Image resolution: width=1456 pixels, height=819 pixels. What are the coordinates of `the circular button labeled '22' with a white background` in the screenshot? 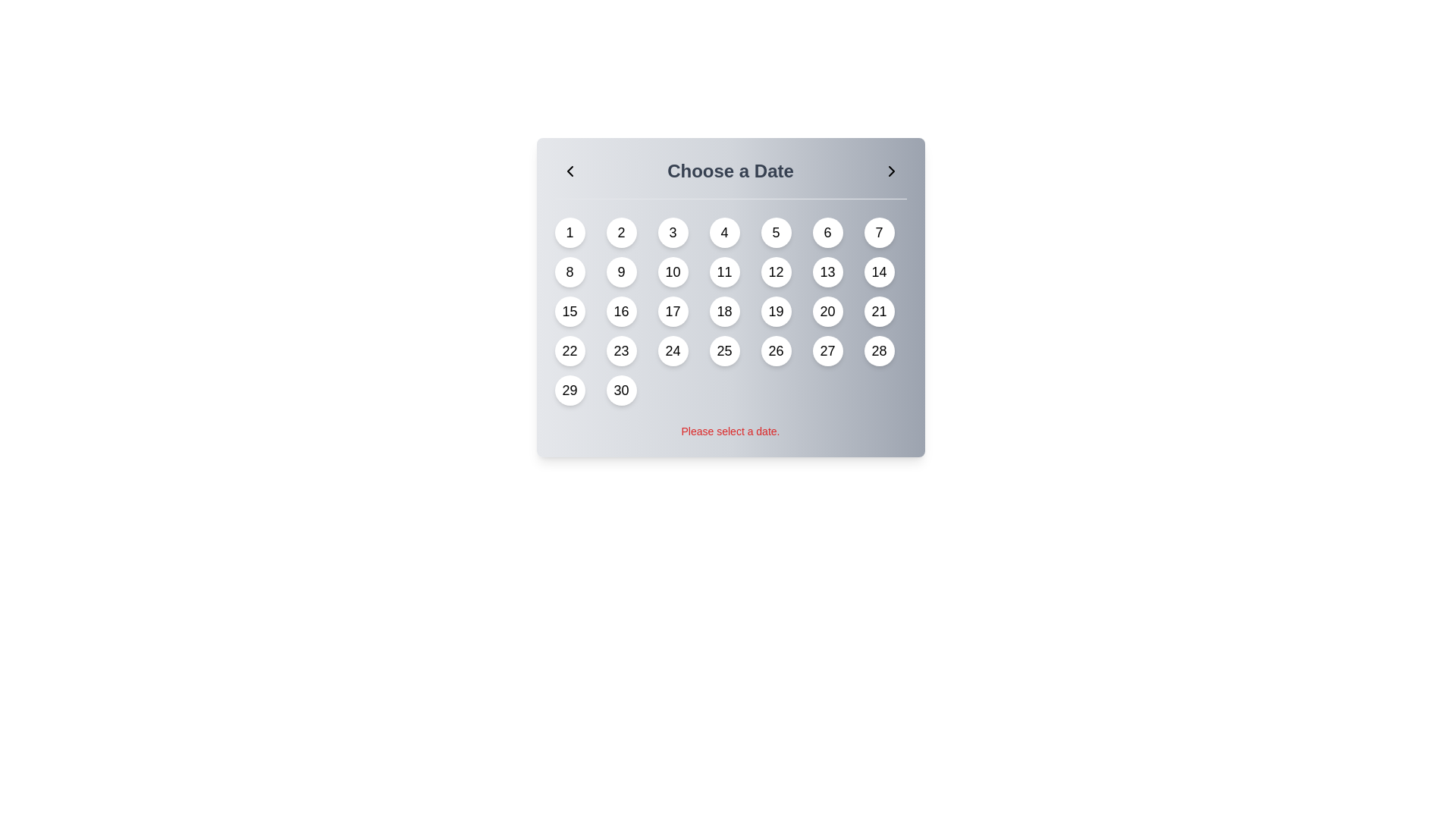 It's located at (569, 350).